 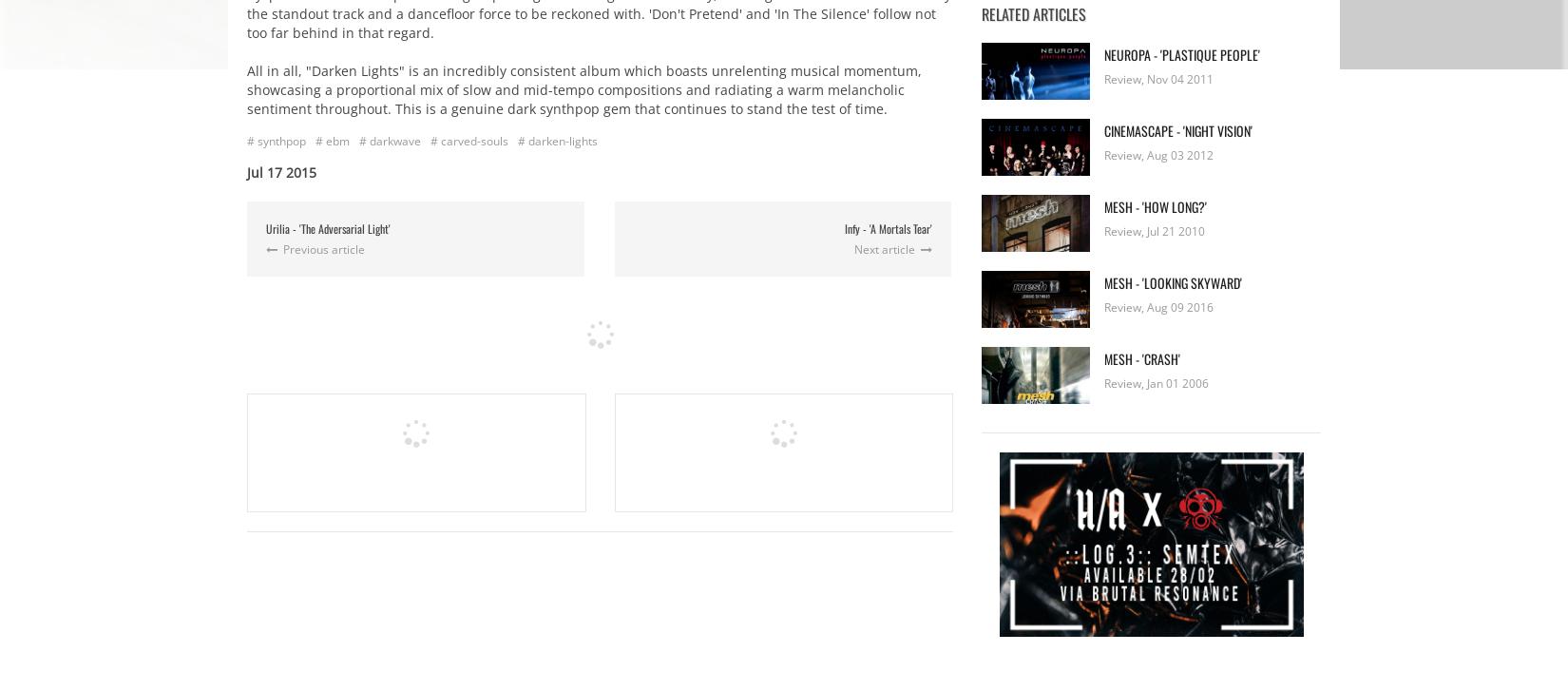 I want to click on 'Review, Aug 09 2016', so click(x=1158, y=307).